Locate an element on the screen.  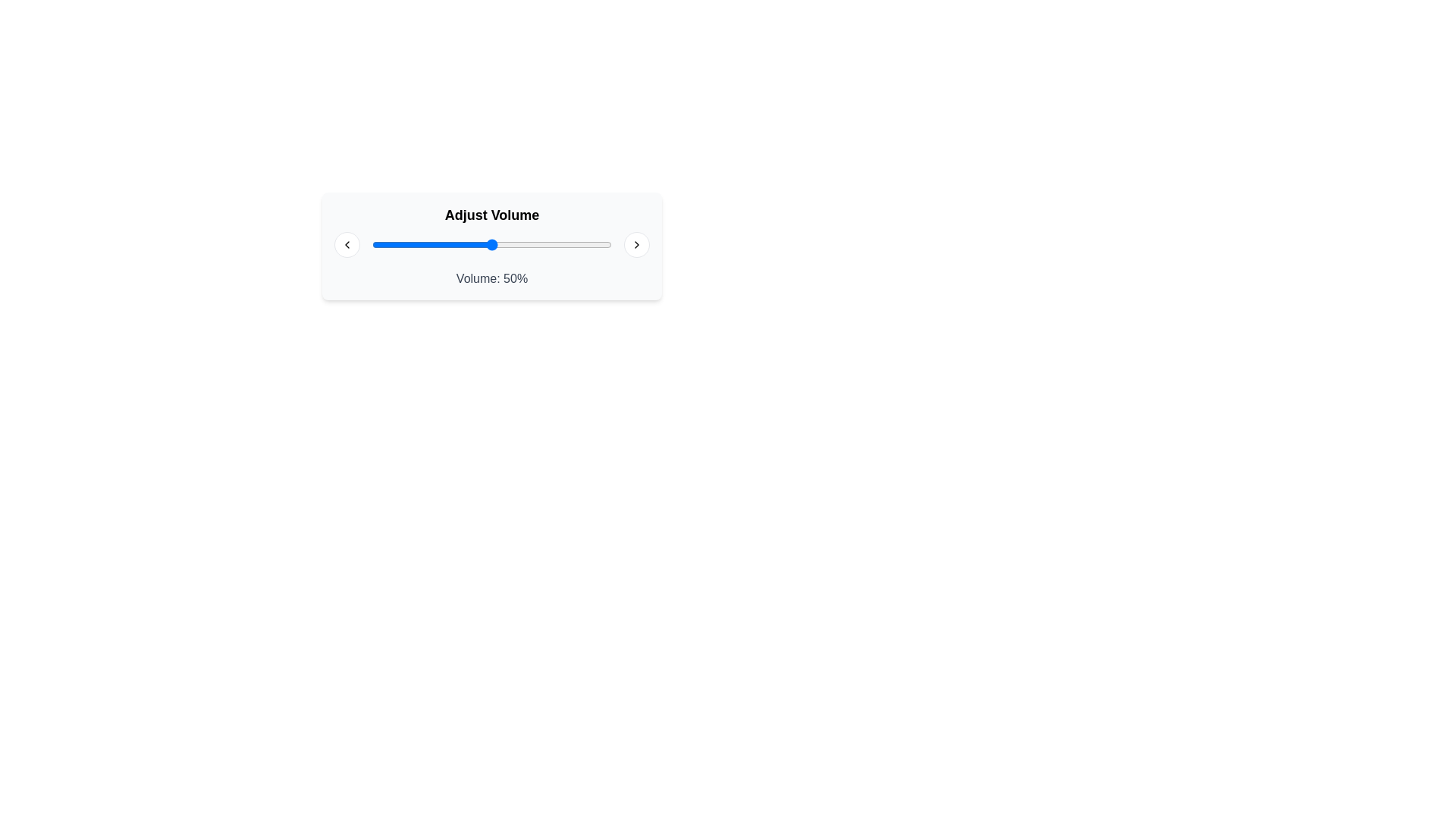
the slider is located at coordinates (479, 244).